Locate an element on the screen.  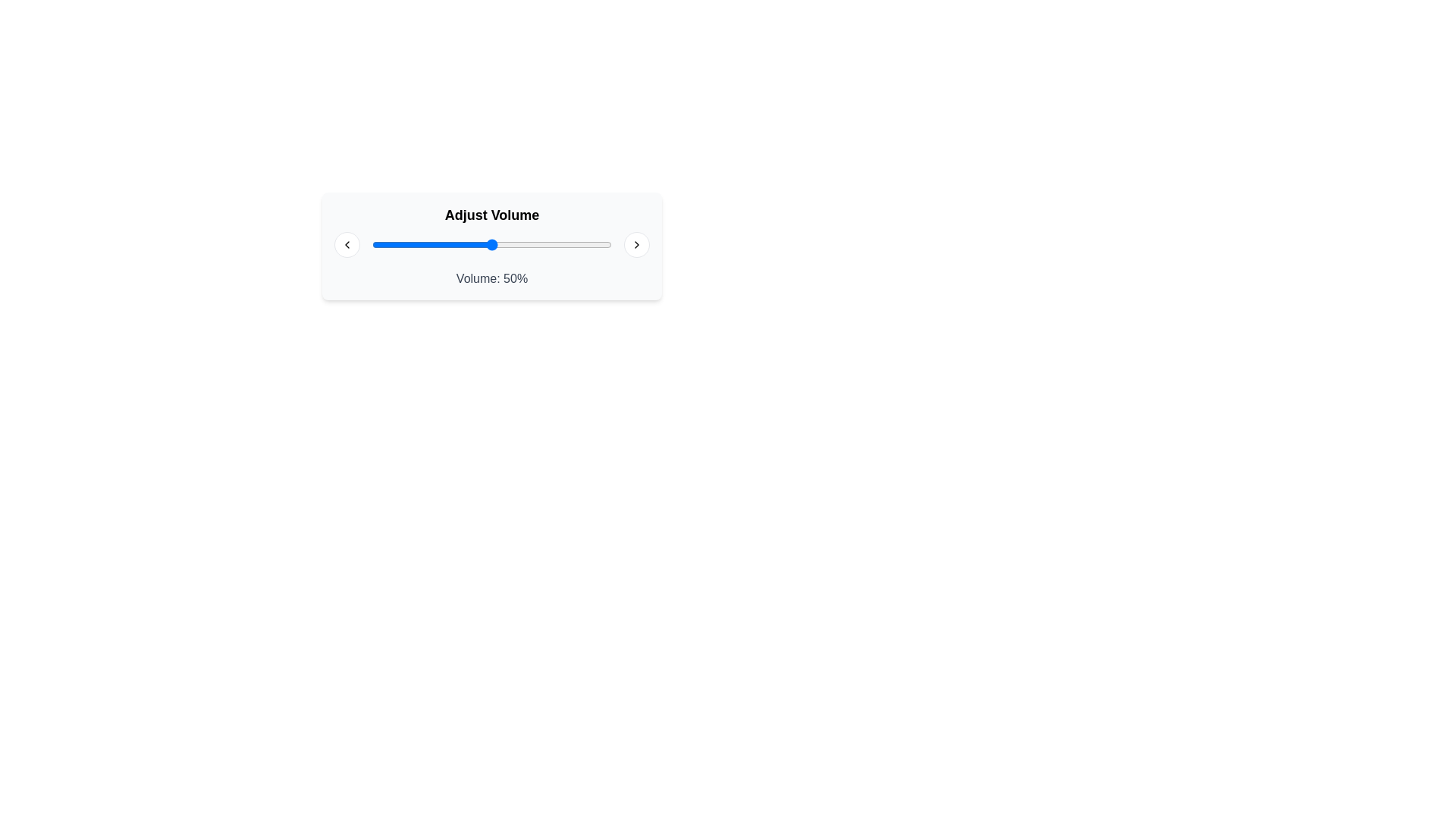
the slider is located at coordinates (479, 244).